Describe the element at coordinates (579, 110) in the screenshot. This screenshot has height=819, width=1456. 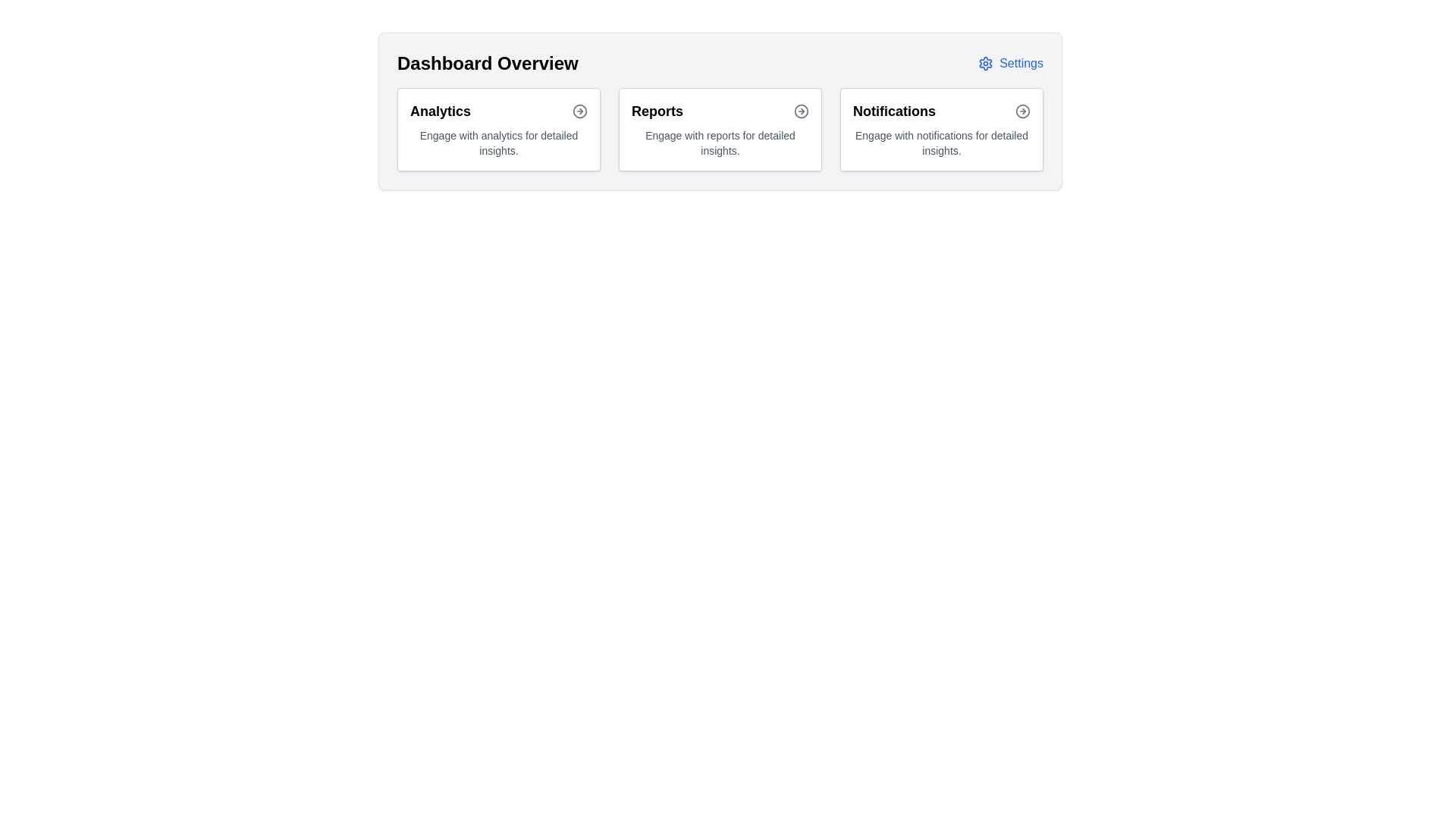
I see `on the icon located at the upper-right corner of the Analytics card, adjacent` at that location.